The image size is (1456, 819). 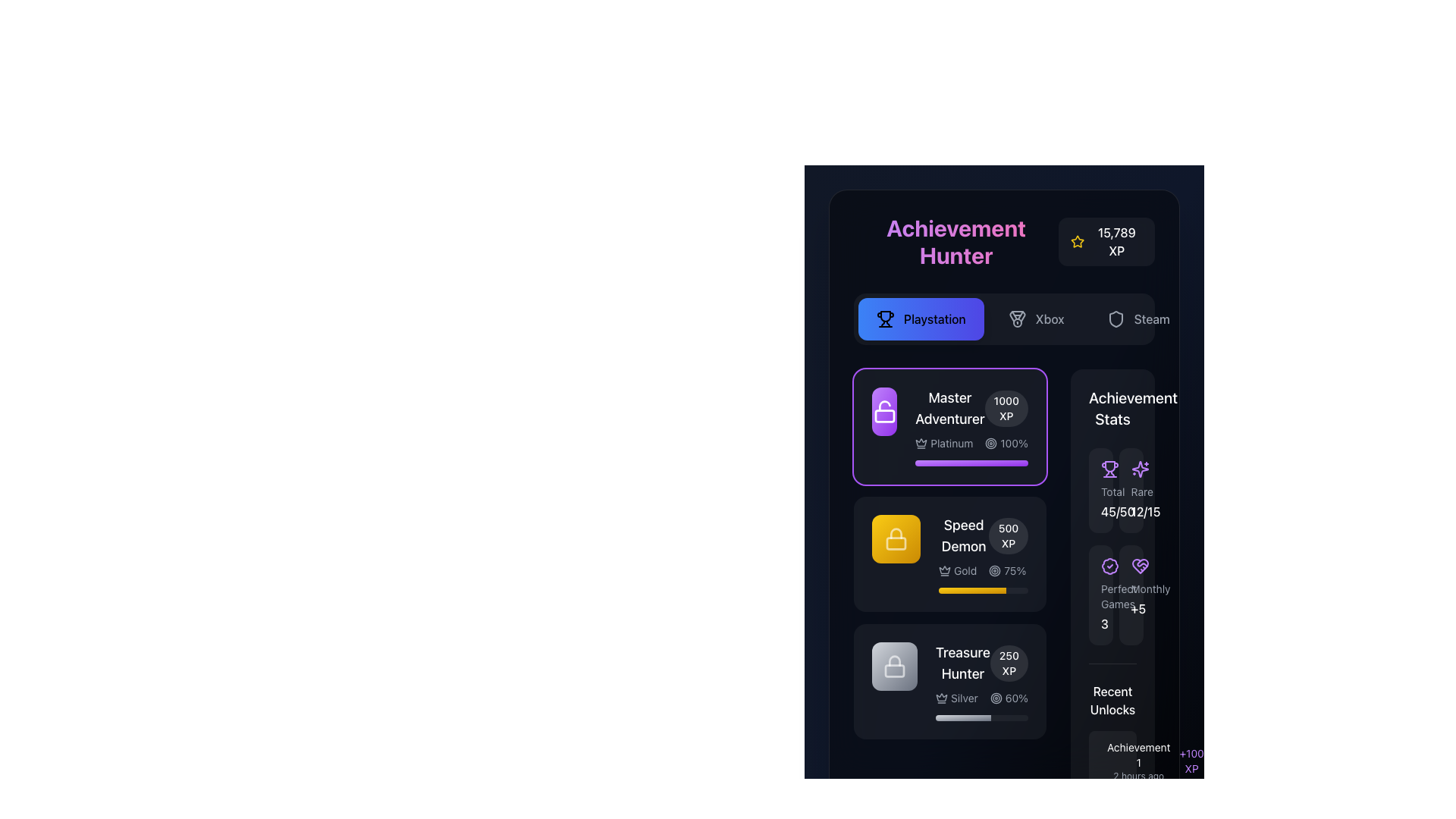 What do you see at coordinates (941, 698) in the screenshot?
I see `the crown-shaped icon located to the left of the text 'Silver', which is grouped under the 'Treasure Hunter' box` at bounding box center [941, 698].